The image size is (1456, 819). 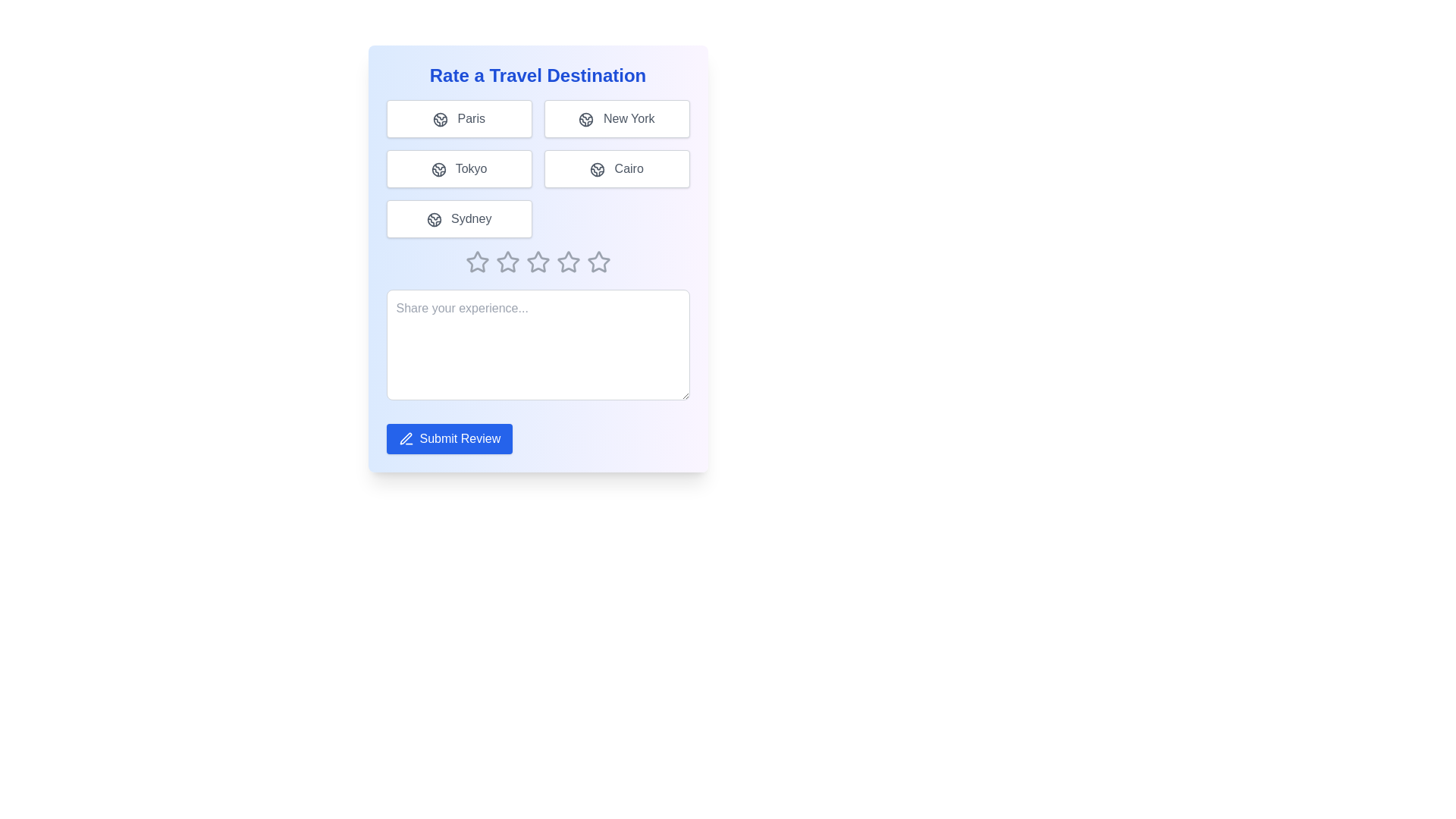 What do you see at coordinates (585, 118) in the screenshot?
I see `the circular graphical component within the 'New York' option button in the 'Rate a Travel Destination' section, which is part of an interactive icon` at bounding box center [585, 118].